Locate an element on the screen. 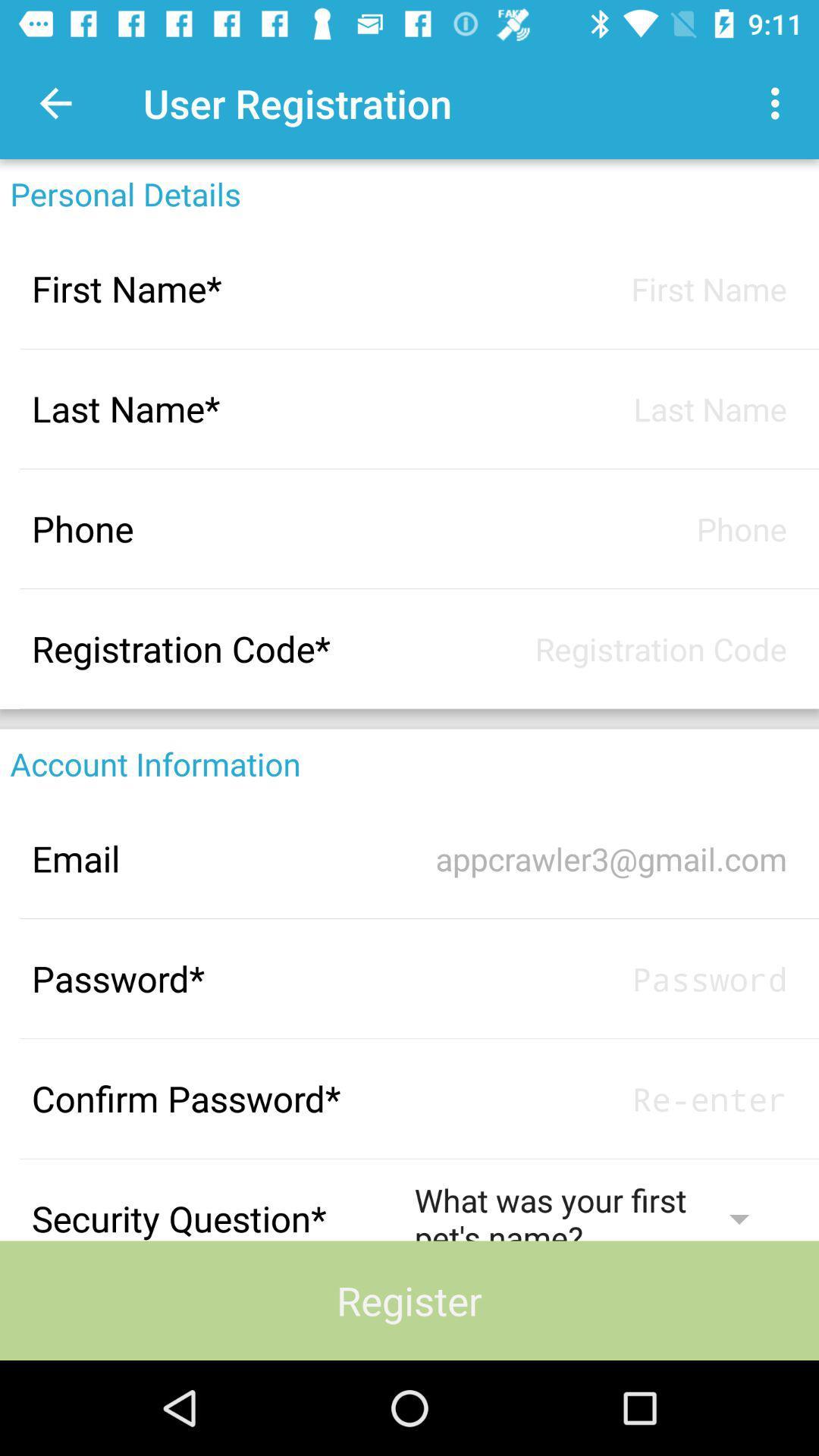 The height and width of the screenshot is (1456, 819). phone number is located at coordinates (600, 529).